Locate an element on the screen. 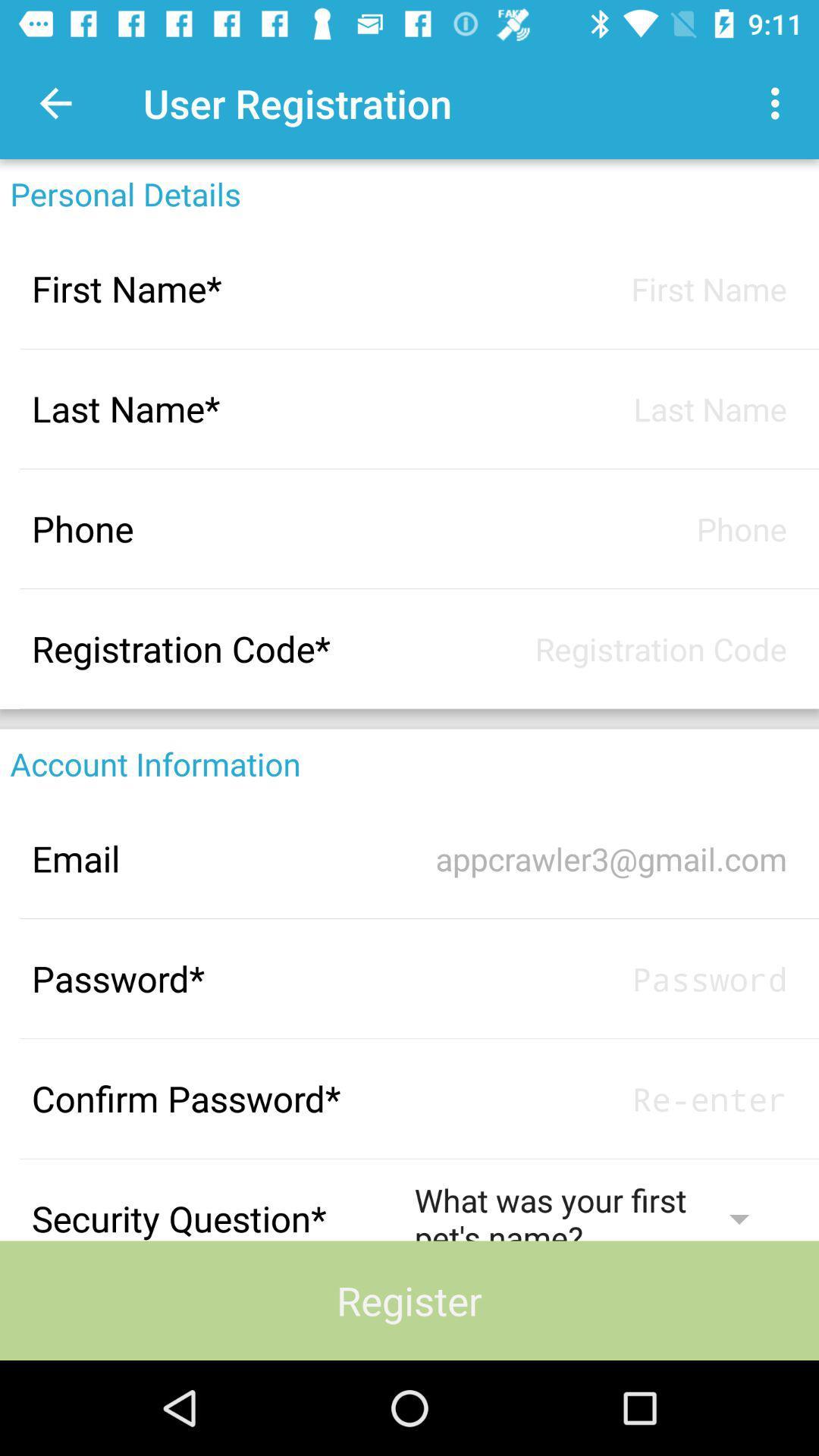 The height and width of the screenshot is (1456, 819). phone number is located at coordinates (600, 529).